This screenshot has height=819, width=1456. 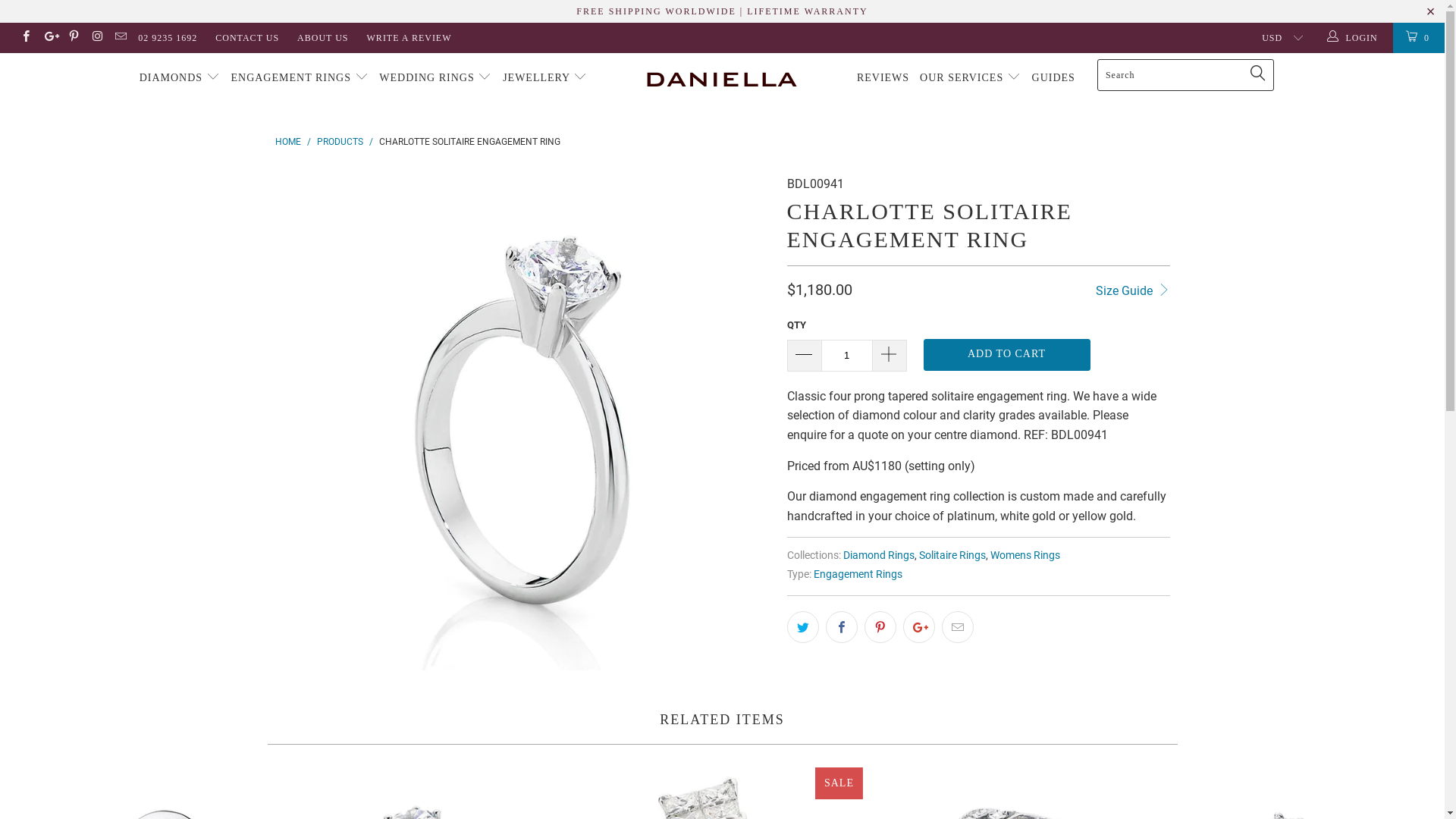 I want to click on 'LOGIN', so click(x=1354, y=37).